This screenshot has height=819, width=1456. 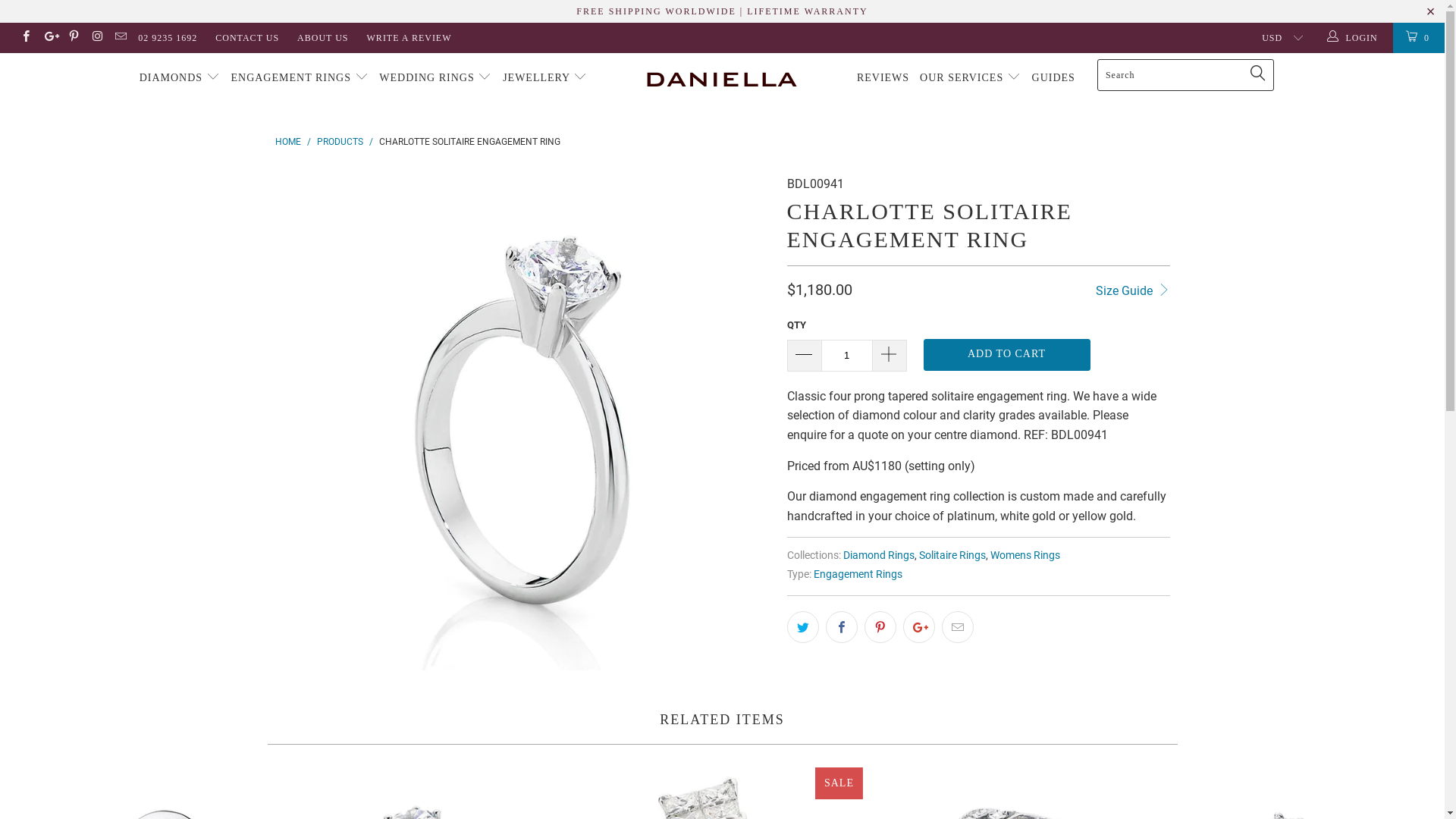 I want to click on 'LOGIN', so click(x=1354, y=37).